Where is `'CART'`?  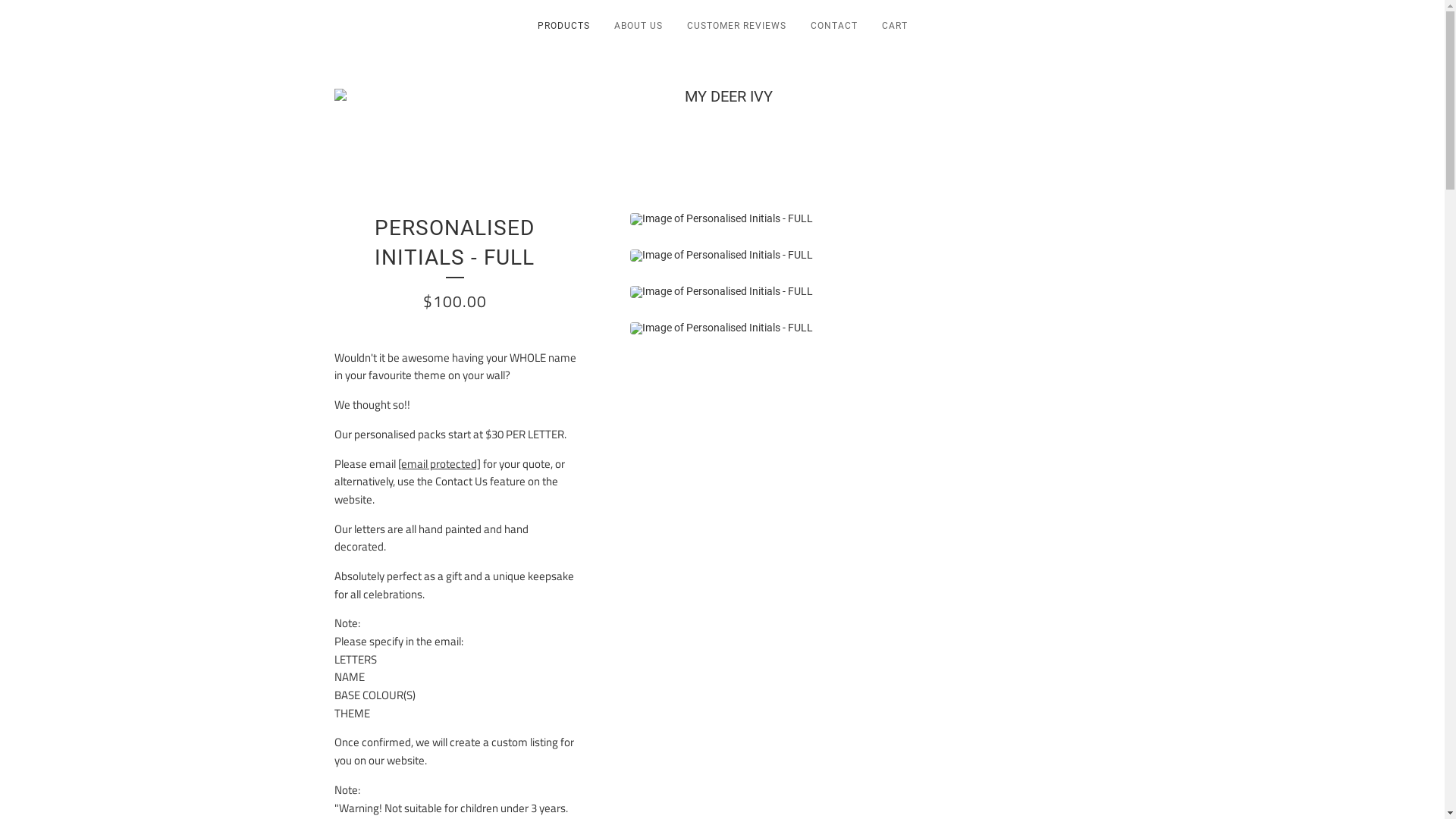
'CART' is located at coordinates (869, 29).